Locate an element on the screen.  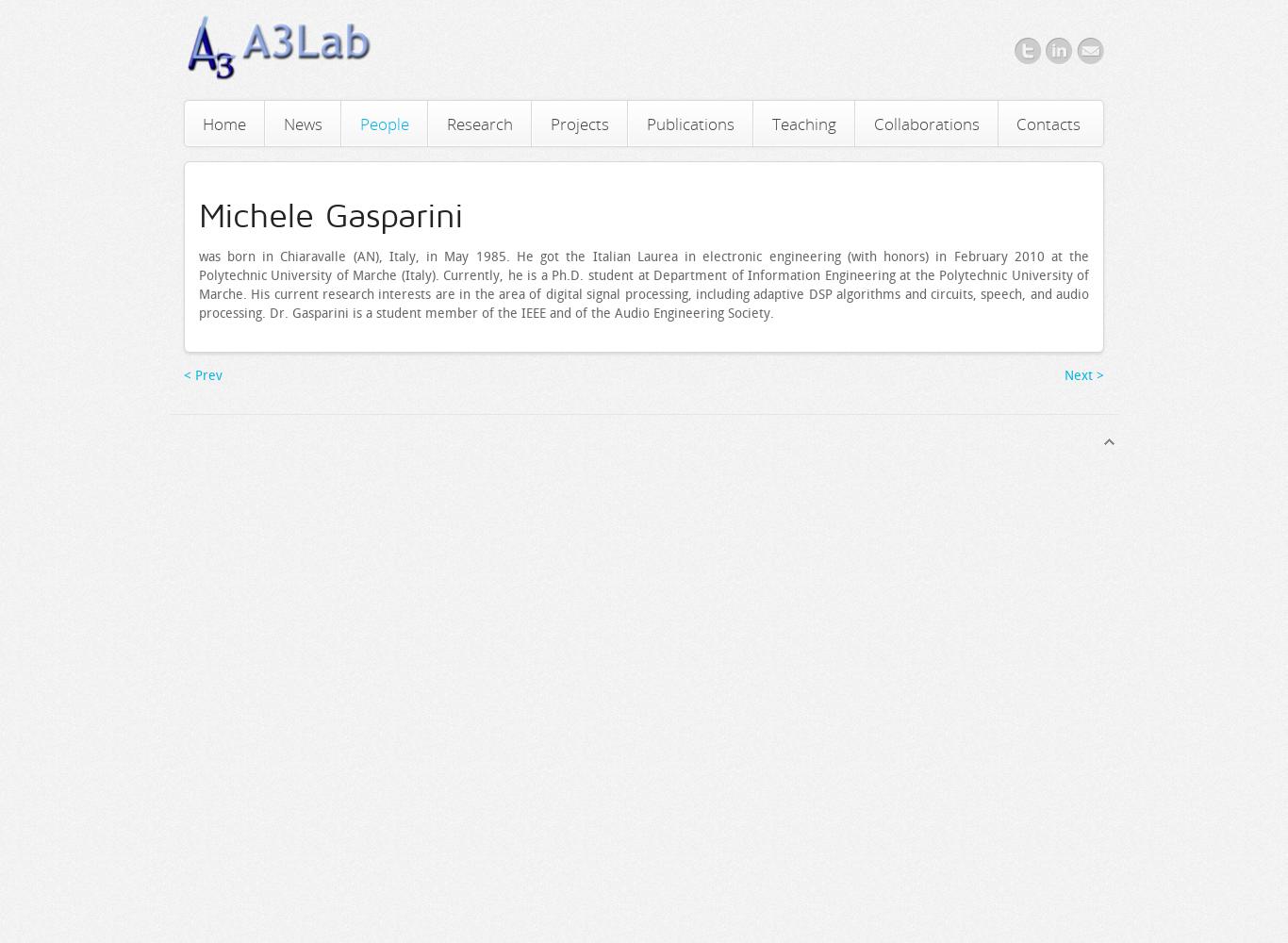
'was born in Chiaravalle (AN), Italy, in May 1985. He got the Italian Laurea in electronic engineering (with honors) in February 2010 at the Polytechnic University of Marche (Italy). Currently, he is a Ph.D. student at Department of Information Engineering at the Polytechnic University of Marche. His current research interests are in the area of digital signal processing, including adaptive DSP algorithms and circuits, speech, and audio processing. Dr. Gasparini is a student member of the IEEE and of the Audio Engineering Society.' is located at coordinates (642, 285).